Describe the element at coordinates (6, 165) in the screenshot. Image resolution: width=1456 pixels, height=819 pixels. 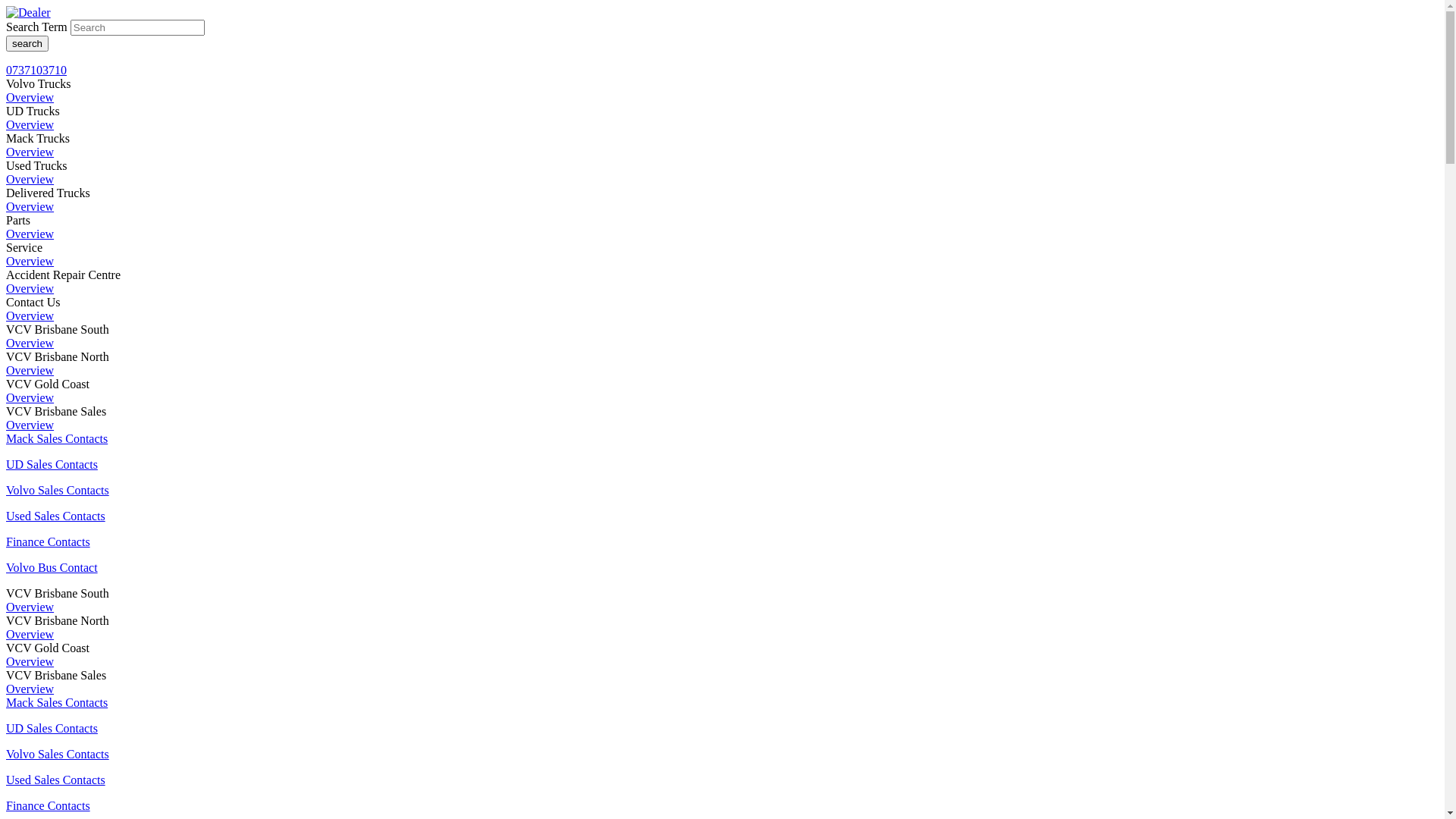
I see `'Used Trucks'` at that location.